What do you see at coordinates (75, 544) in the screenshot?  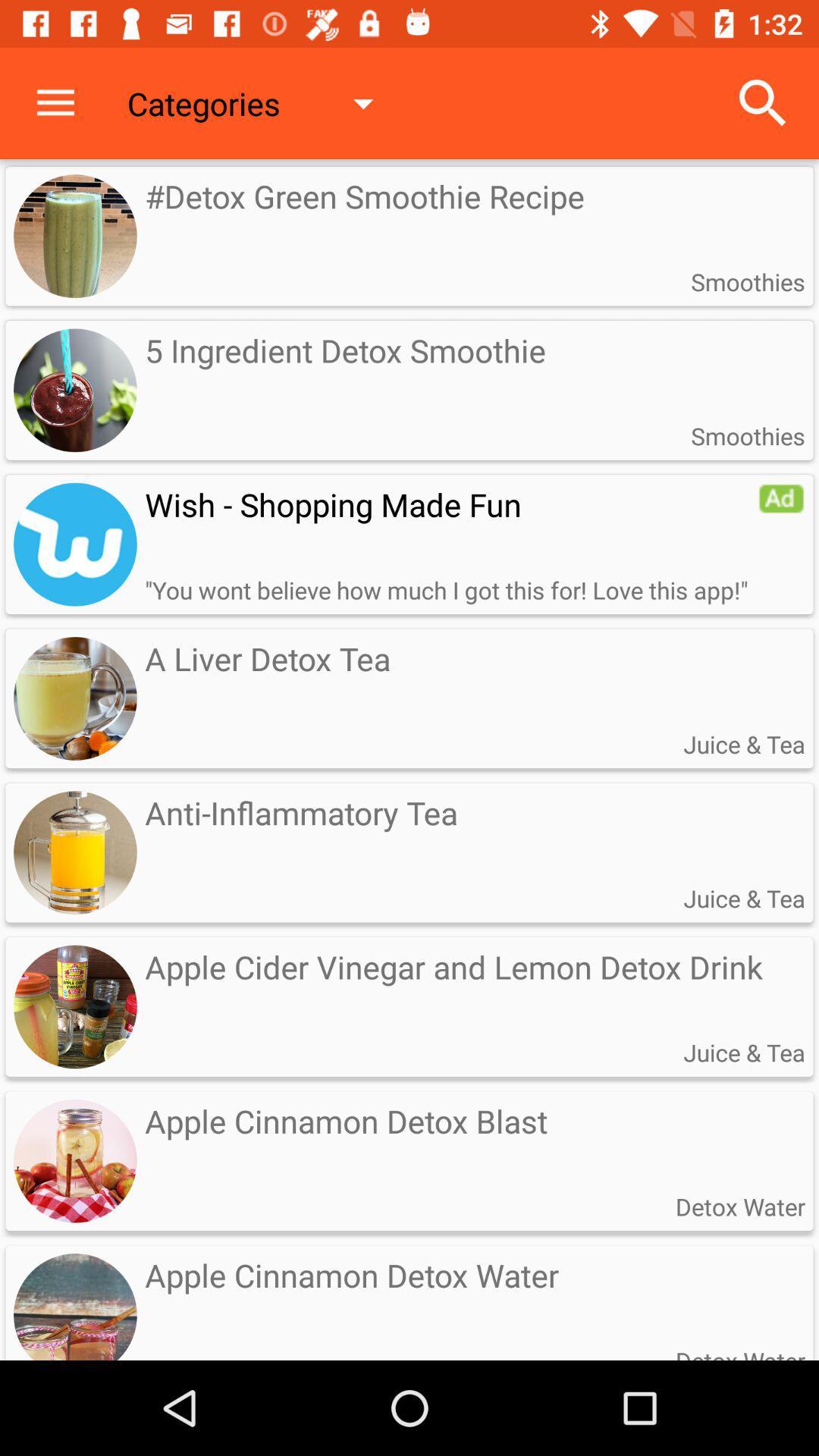 I see `open advertisement` at bounding box center [75, 544].